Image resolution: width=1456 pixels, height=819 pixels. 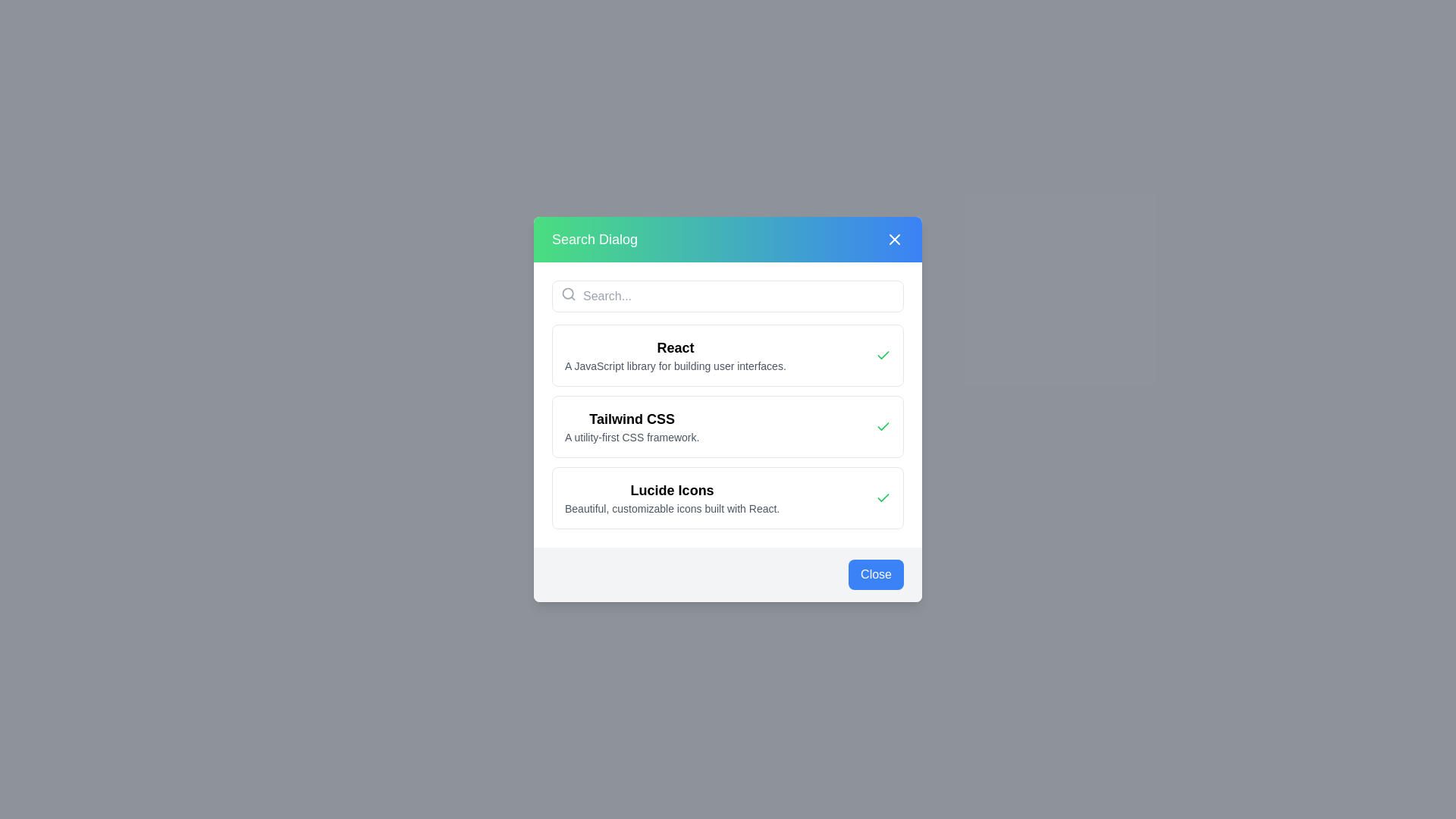 What do you see at coordinates (728, 356) in the screenshot?
I see `the first card element titled 'React' in the vertical list` at bounding box center [728, 356].